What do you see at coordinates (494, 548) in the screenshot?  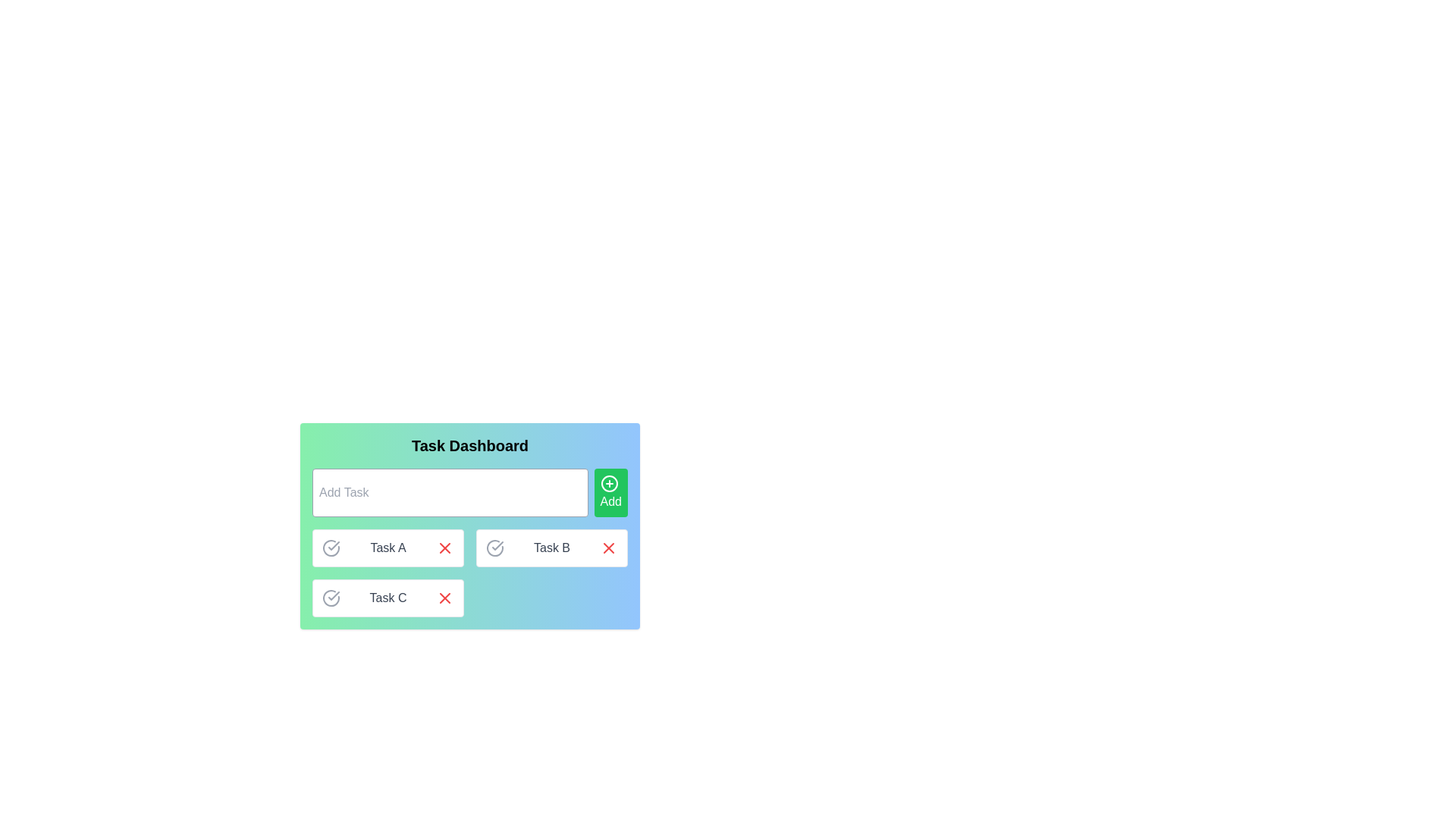 I see `the toggle button or status indicator` at bounding box center [494, 548].